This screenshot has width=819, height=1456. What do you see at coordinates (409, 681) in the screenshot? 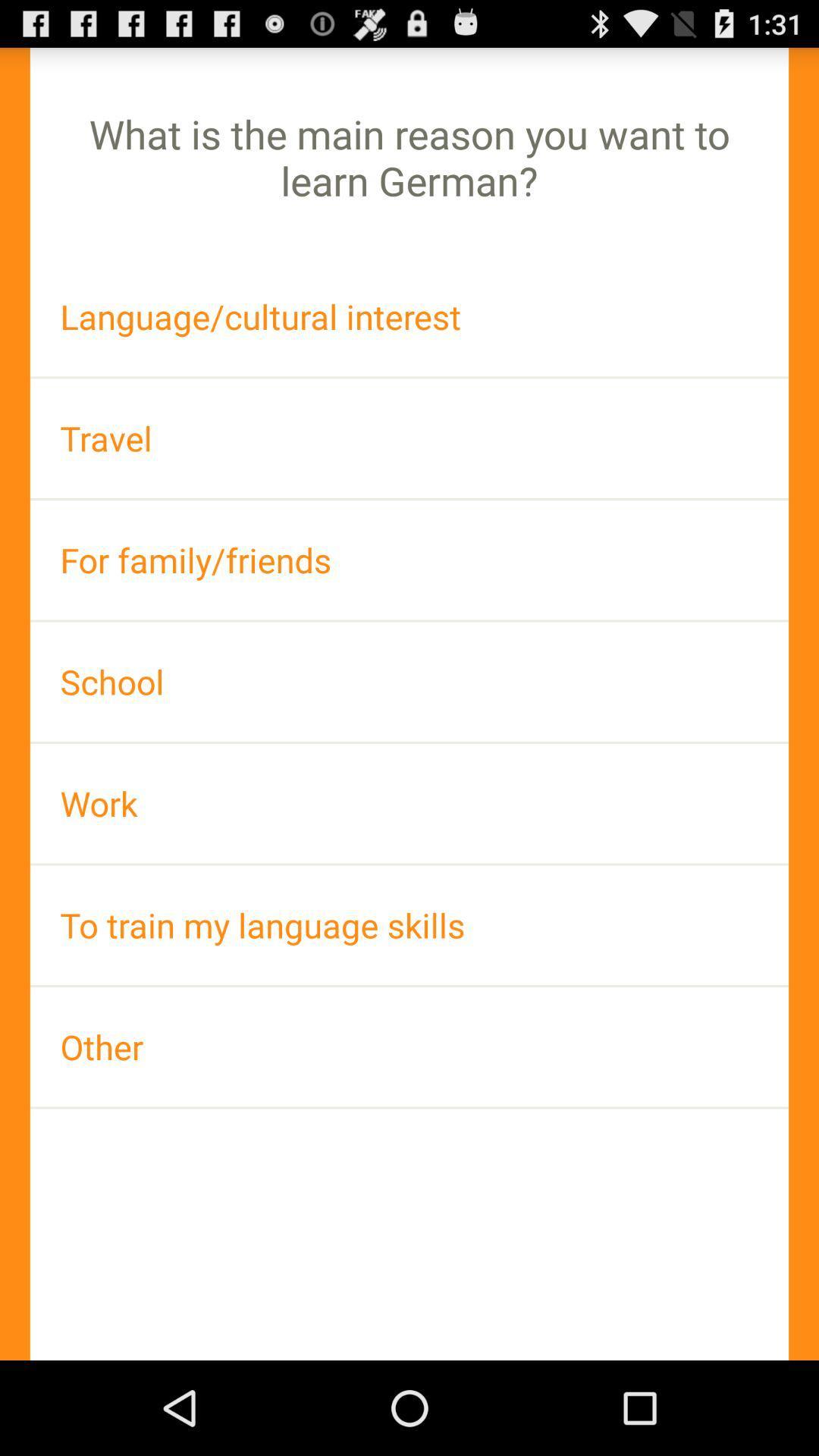
I see `icon above work app` at bounding box center [409, 681].